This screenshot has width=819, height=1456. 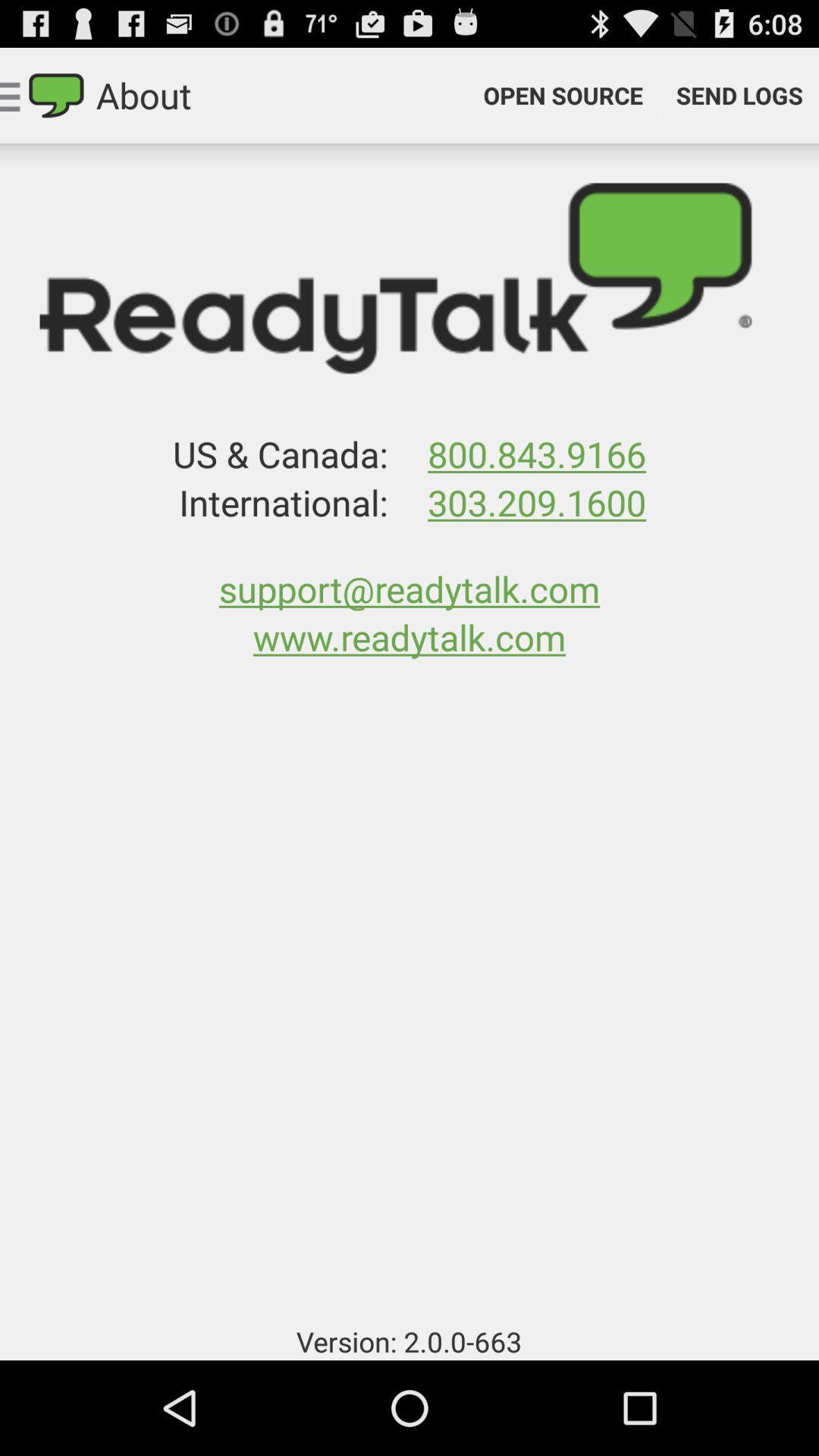 What do you see at coordinates (563, 94) in the screenshot?
I see `app next to the about` at bounding box center [563, 94].